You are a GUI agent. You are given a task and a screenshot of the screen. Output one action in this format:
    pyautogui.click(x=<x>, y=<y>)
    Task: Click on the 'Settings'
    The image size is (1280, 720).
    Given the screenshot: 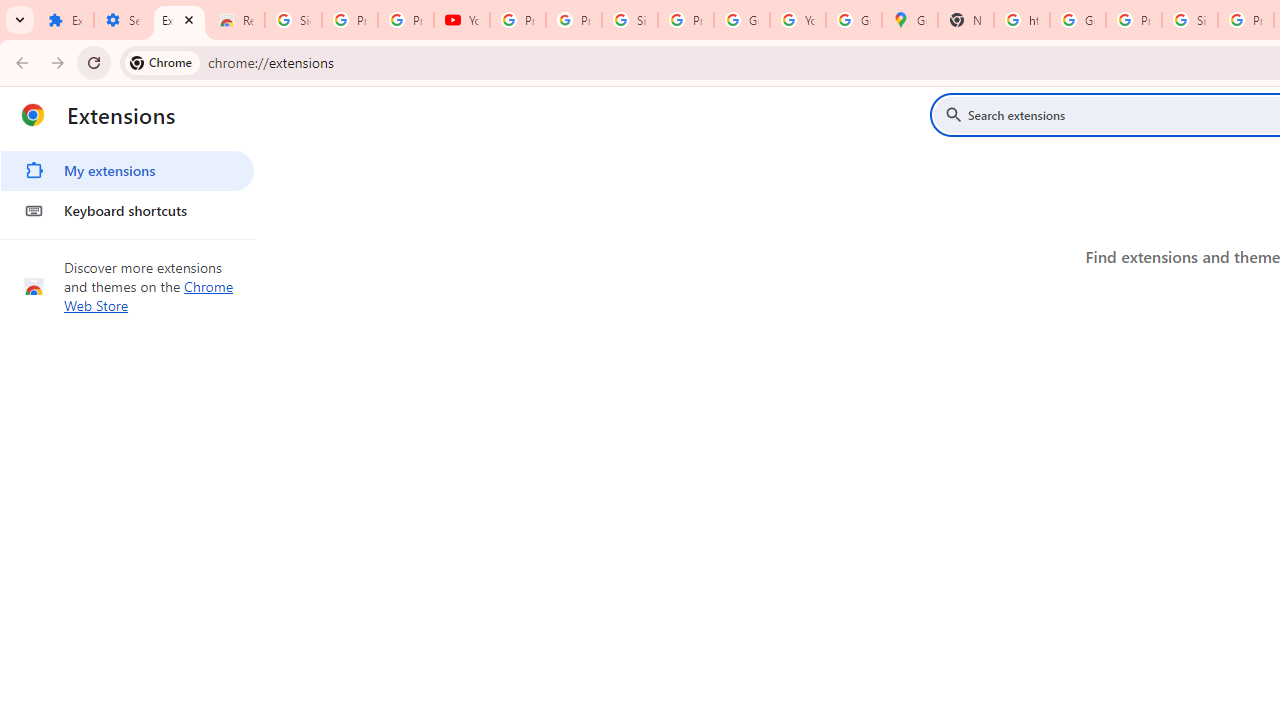 What is the action you would take?
    pyautogui.click(x=121, y=20)
    